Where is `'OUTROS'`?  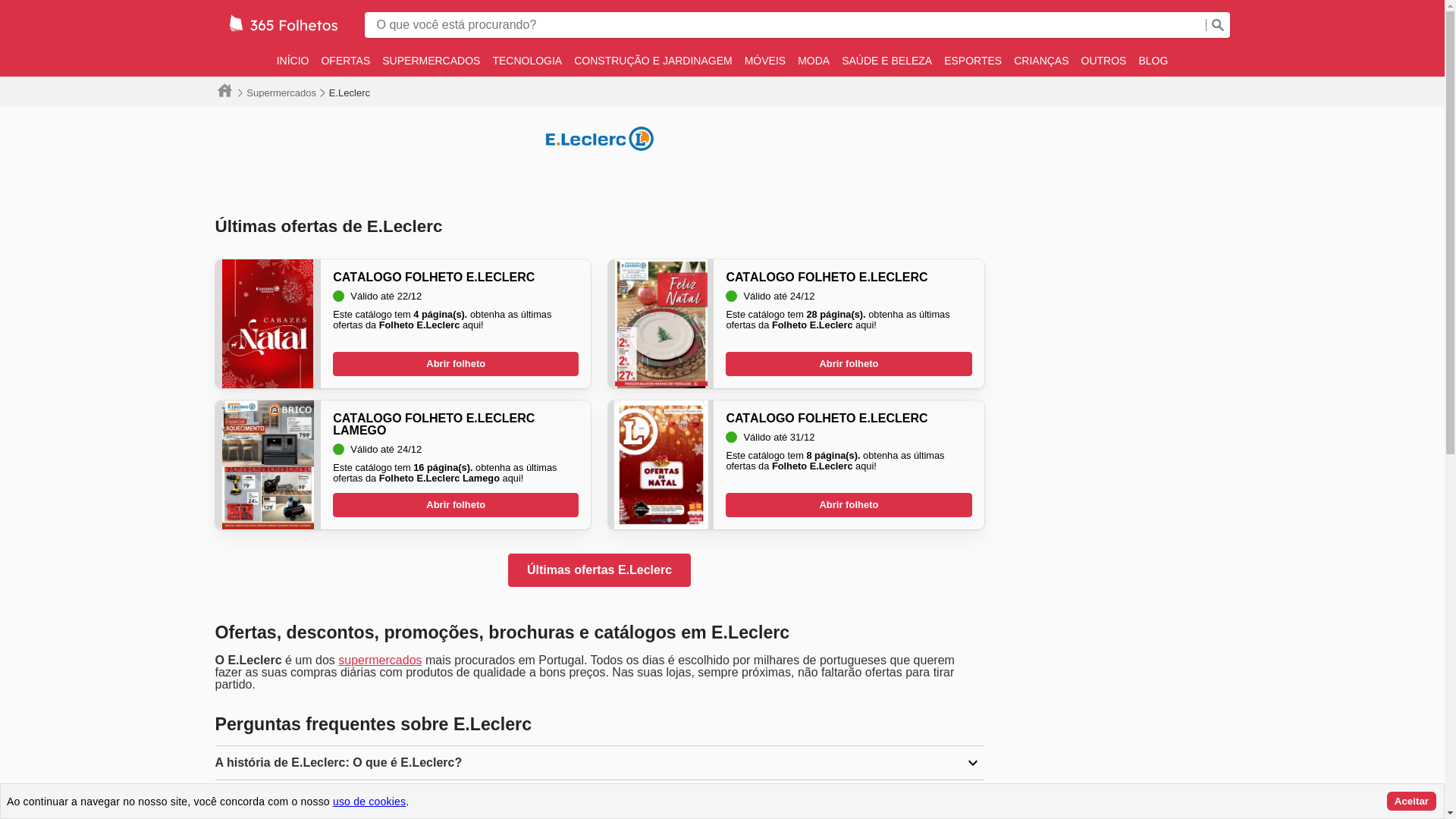 'OUTROS' is located at coordinates (1074, 60).